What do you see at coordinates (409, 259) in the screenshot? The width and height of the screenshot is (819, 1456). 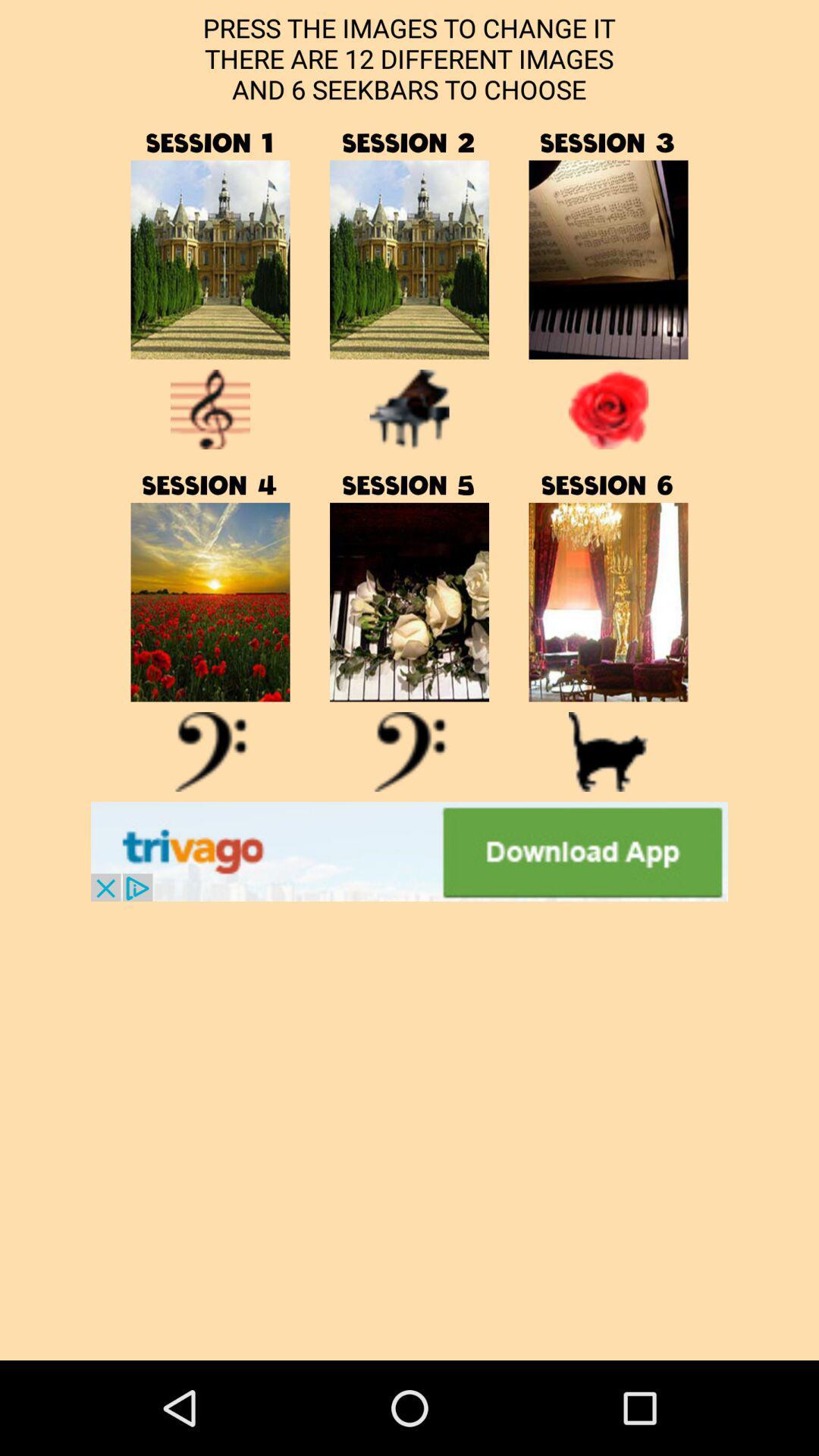 I see `the second image from the top` at bounding box center [409, 259].